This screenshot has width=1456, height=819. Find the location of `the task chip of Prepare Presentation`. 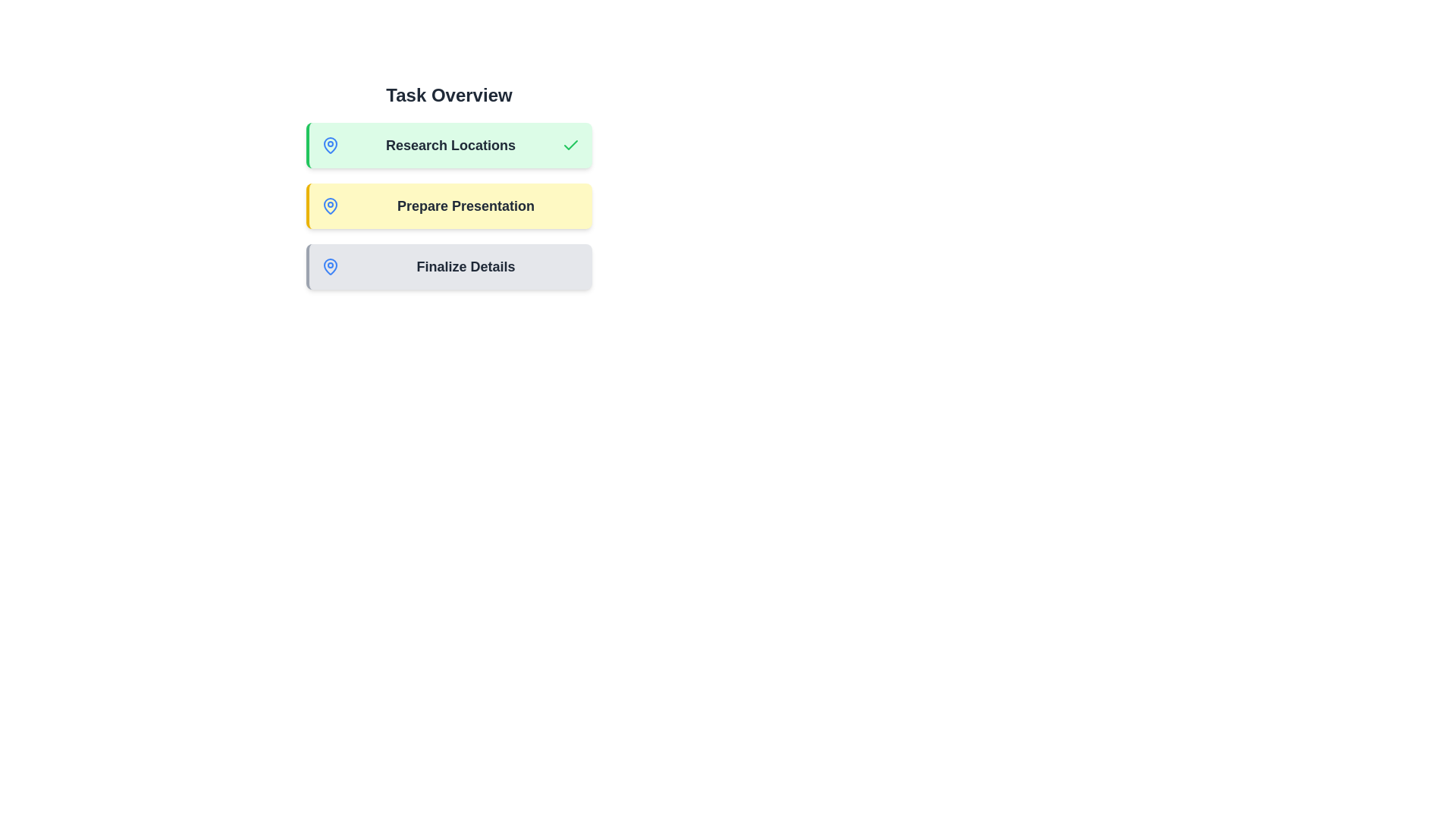

the task chip of Prepare Presentation is located at coordinates (448, 206).